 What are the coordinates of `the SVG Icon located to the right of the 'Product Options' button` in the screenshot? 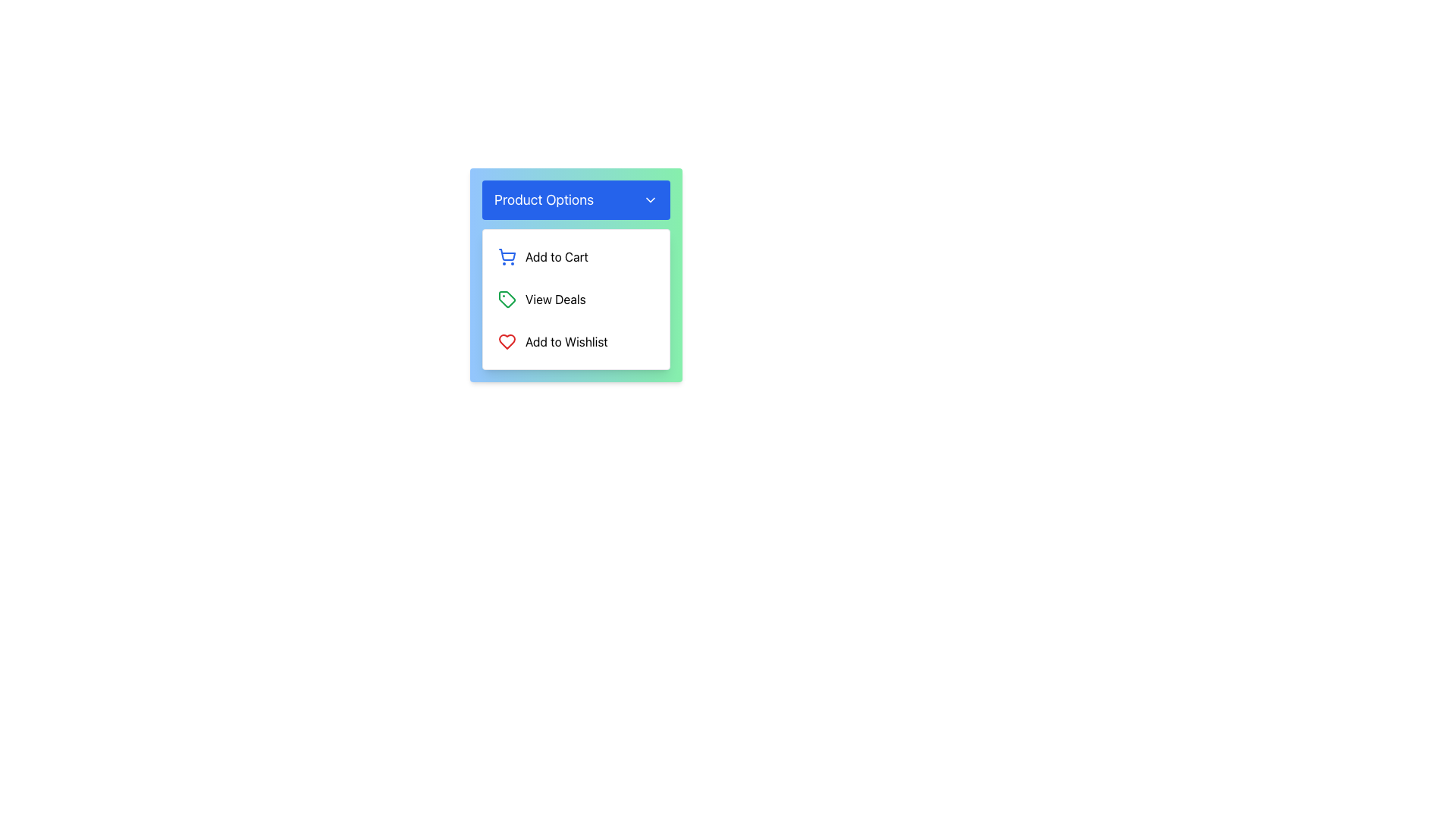 It's located at (651, 199).